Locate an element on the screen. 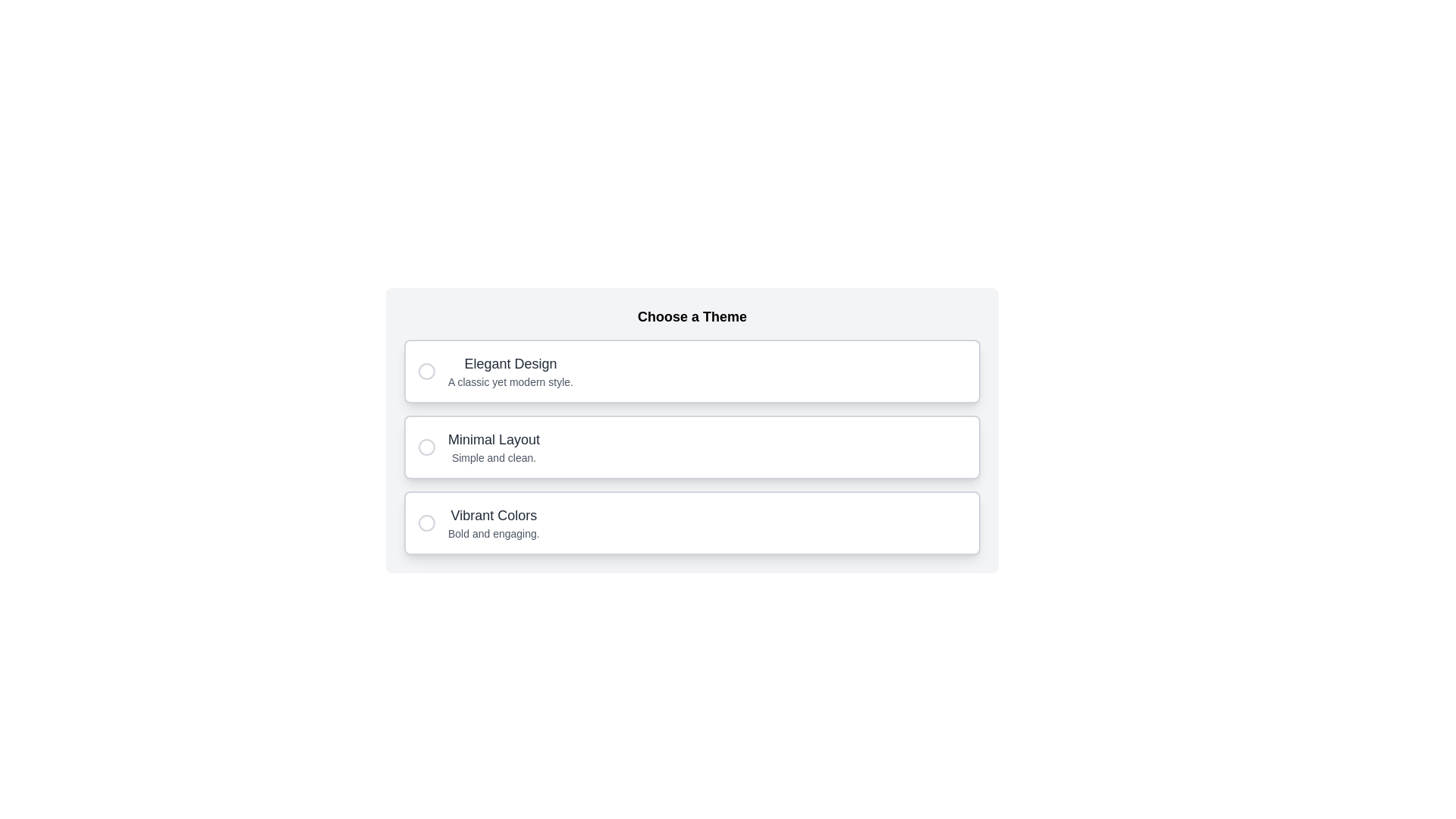 The height and width of the screenshot is (819, 1456). the non-interactive decorative circular indicator located to the left of the text 'Elegant Design' and above 'A classic yet modern style.', which indicates the selected state of the associated option is located at coordinates (425, 371).